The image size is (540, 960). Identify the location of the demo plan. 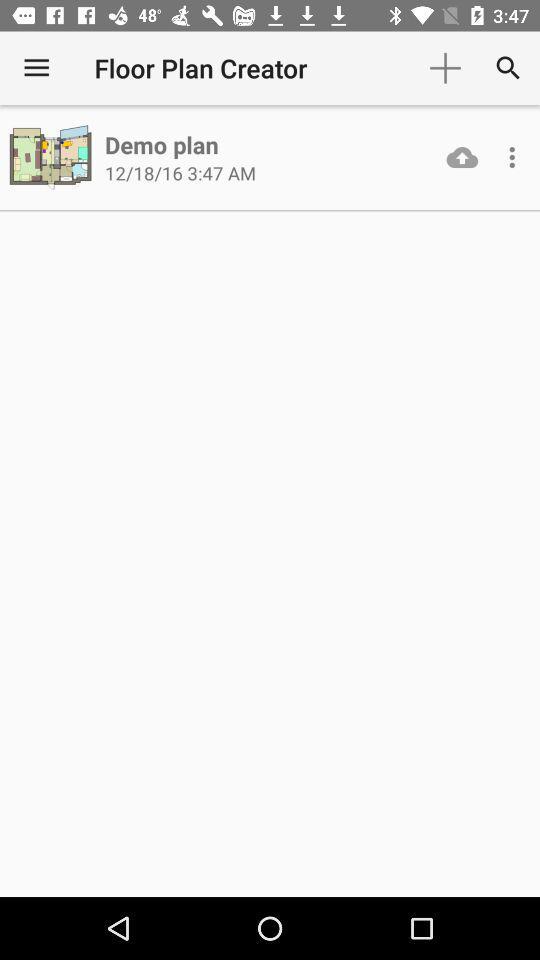
(160, 143).